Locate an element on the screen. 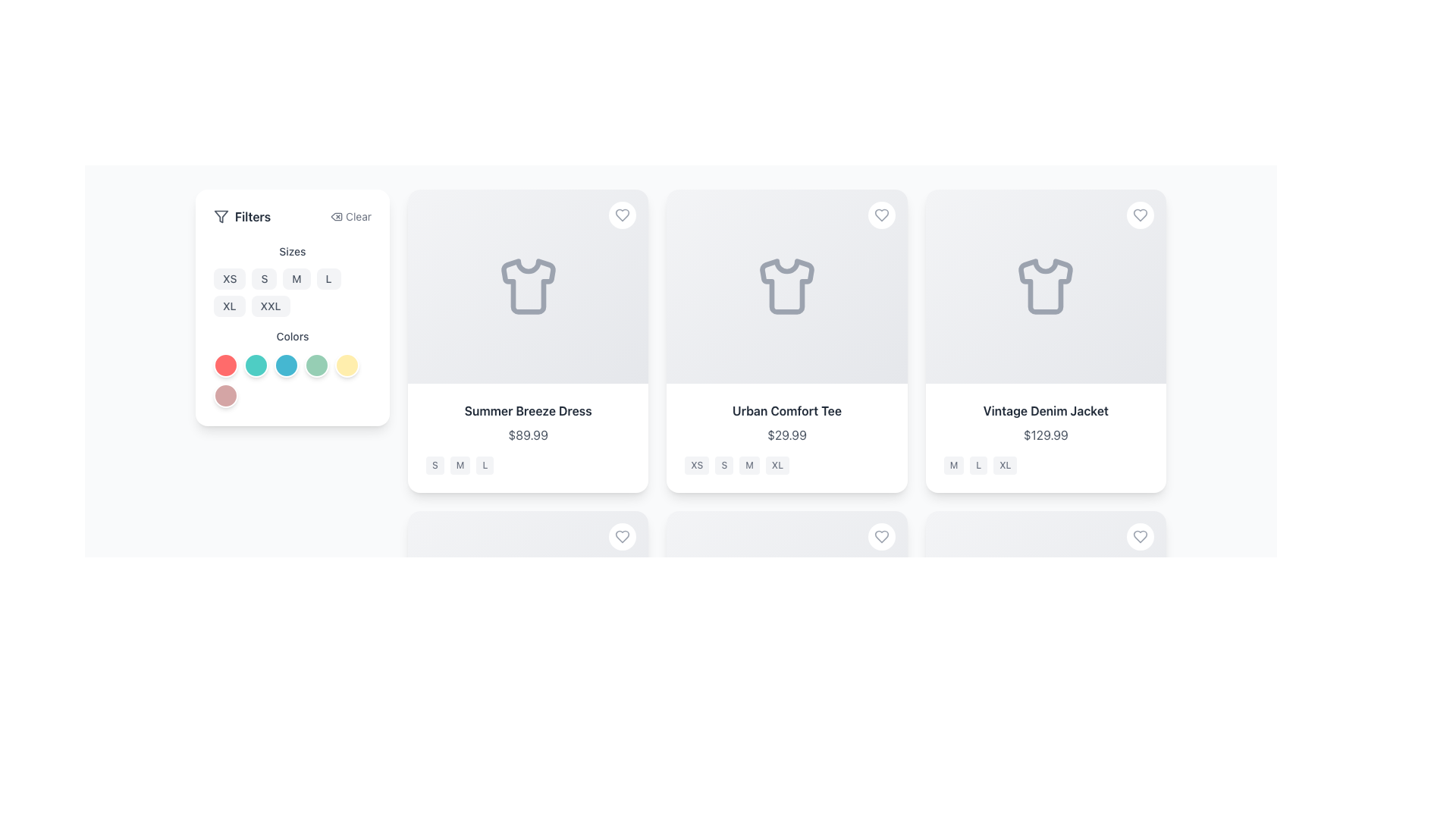 The height and width of the screenshot is (819, 1456). text content of the price display label for the product 'Summer Breeze Dress', which is located below the title and above the size options is located at coordinates (528, 435).